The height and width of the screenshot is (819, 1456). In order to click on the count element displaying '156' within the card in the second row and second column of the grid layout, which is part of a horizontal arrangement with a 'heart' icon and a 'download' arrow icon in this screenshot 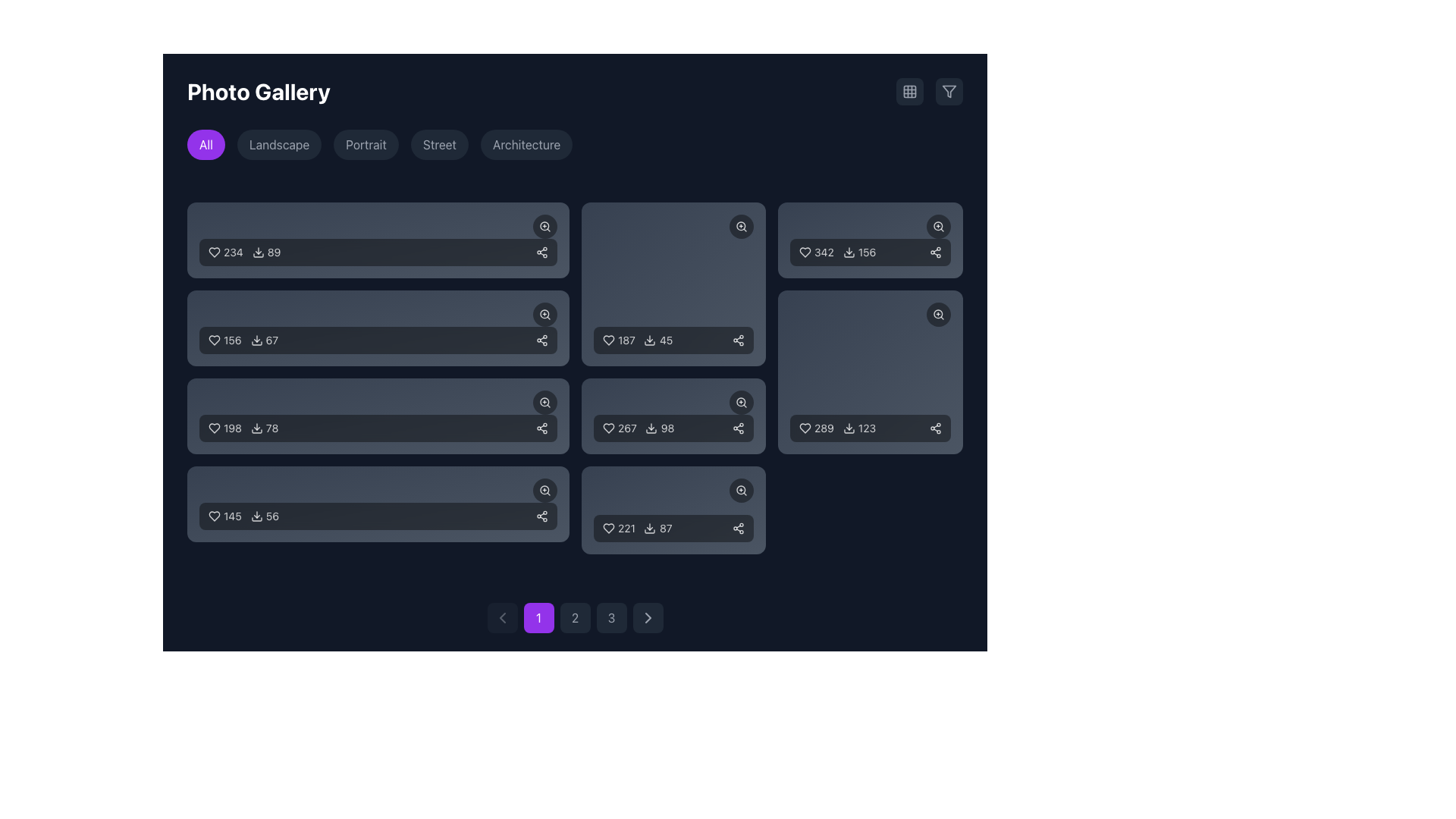, I will do `click(859, 251)`.